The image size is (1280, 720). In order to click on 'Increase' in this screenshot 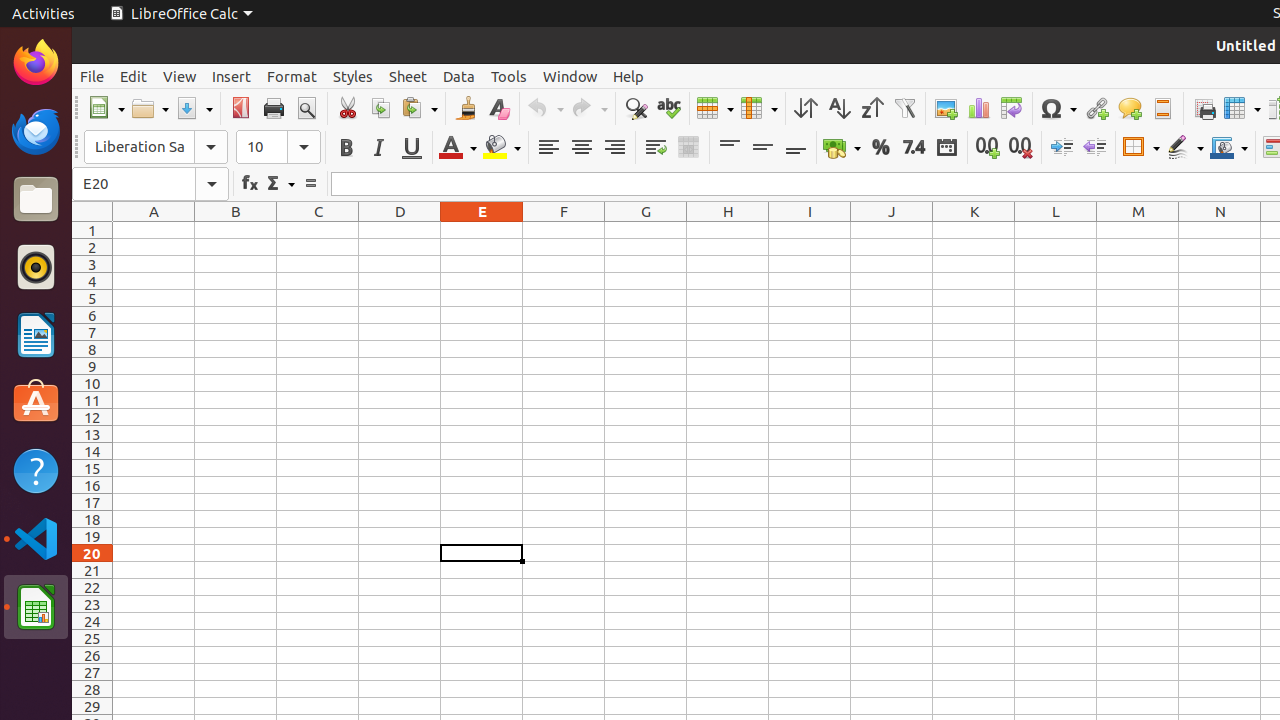, I will do `click(1060, 146)`.